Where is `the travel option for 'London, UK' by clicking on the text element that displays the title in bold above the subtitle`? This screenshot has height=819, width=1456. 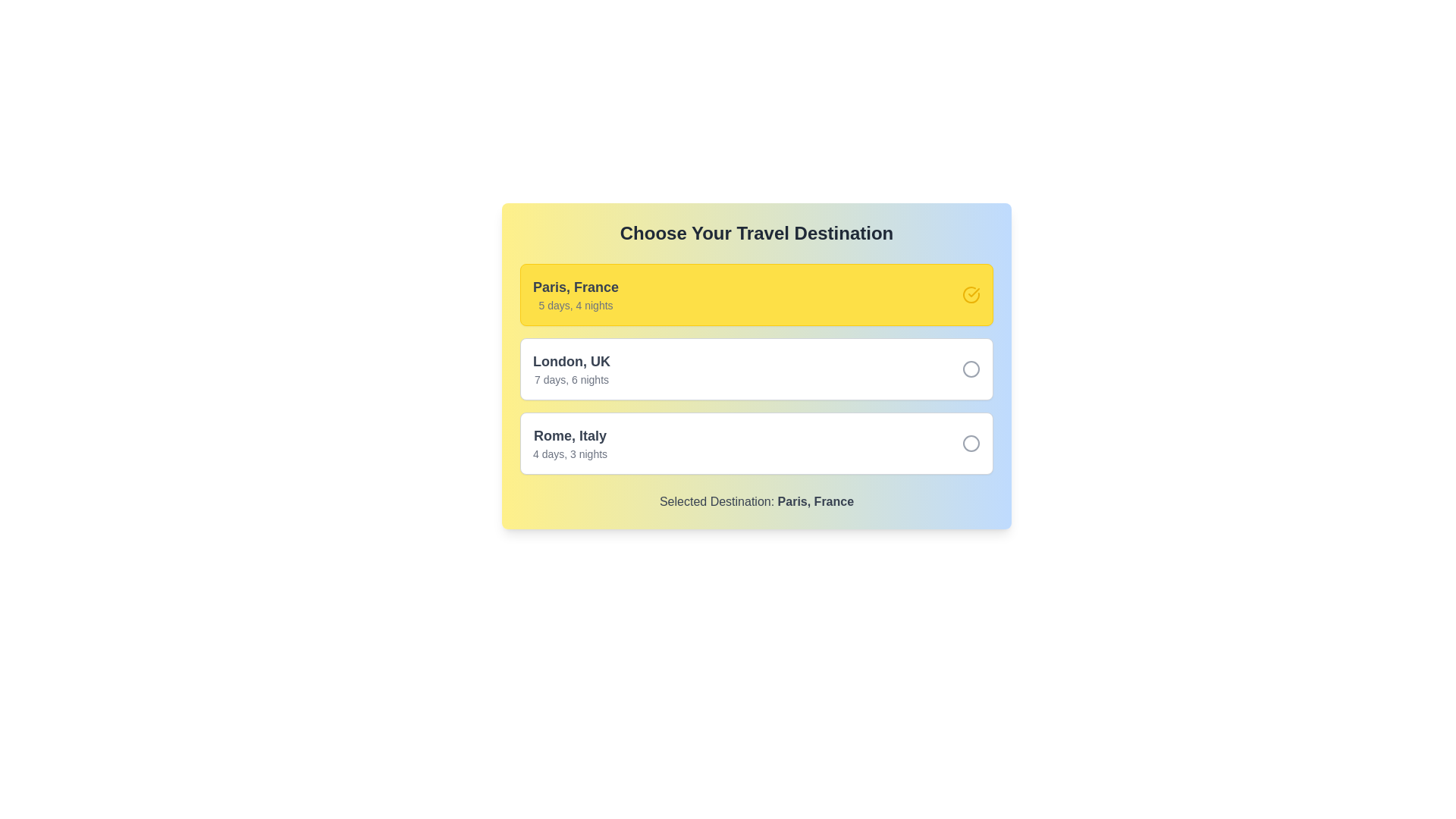 the travel option for 'London, UK' by clicking on the text element that displays the title in bold above the subtitle is located at coordinates (570, 369).